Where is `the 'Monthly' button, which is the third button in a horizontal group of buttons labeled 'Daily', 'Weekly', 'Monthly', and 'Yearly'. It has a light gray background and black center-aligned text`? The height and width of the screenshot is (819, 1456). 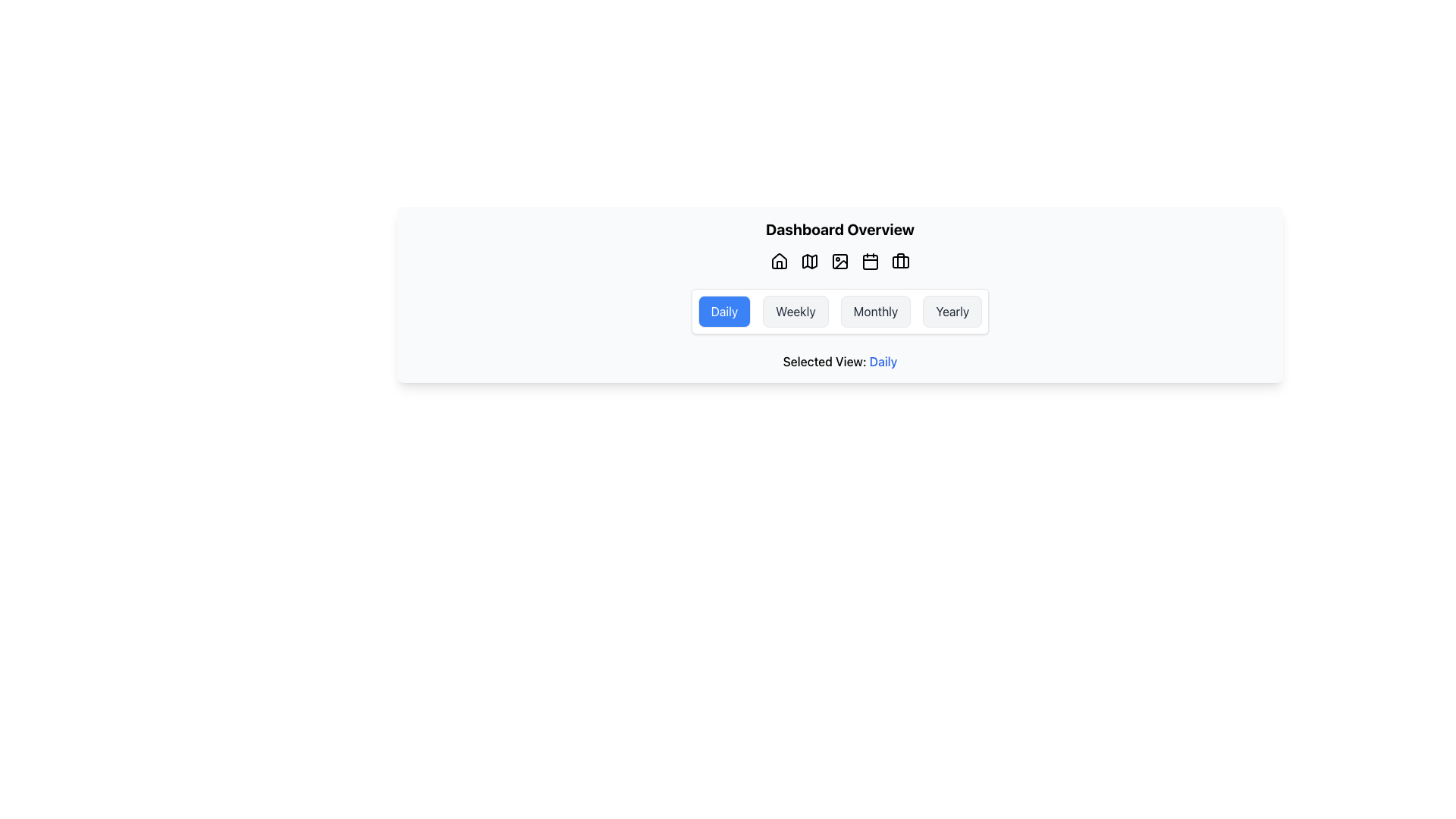 the 'Monthly' button, which is the third button in a horizontal group of buttons labeled 'Daily', 'Weekly', 'Monthly', and 'Yearly'. It has a light gray background and black center-aligned text is located at coordinates (876, 311).